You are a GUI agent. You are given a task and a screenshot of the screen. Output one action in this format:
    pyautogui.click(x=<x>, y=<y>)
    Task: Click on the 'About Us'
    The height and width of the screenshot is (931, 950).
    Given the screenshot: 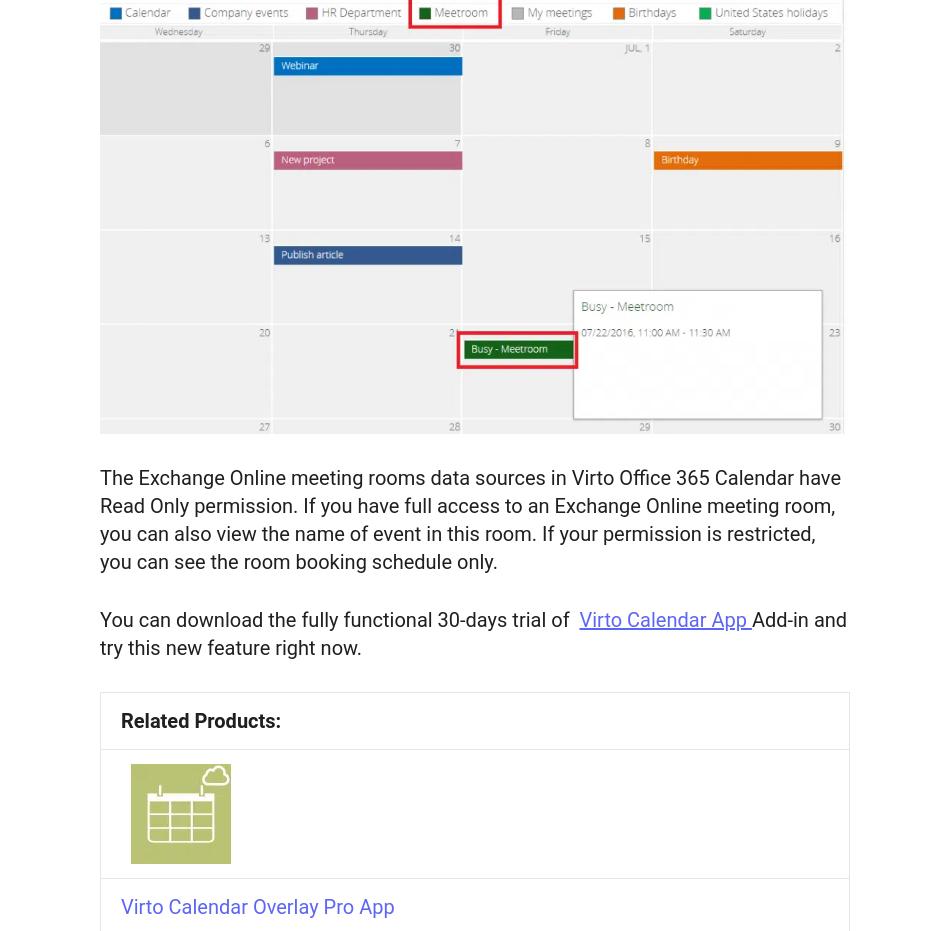 What is the action you would take?
    pyautogui.click(x=79, y=286)
    